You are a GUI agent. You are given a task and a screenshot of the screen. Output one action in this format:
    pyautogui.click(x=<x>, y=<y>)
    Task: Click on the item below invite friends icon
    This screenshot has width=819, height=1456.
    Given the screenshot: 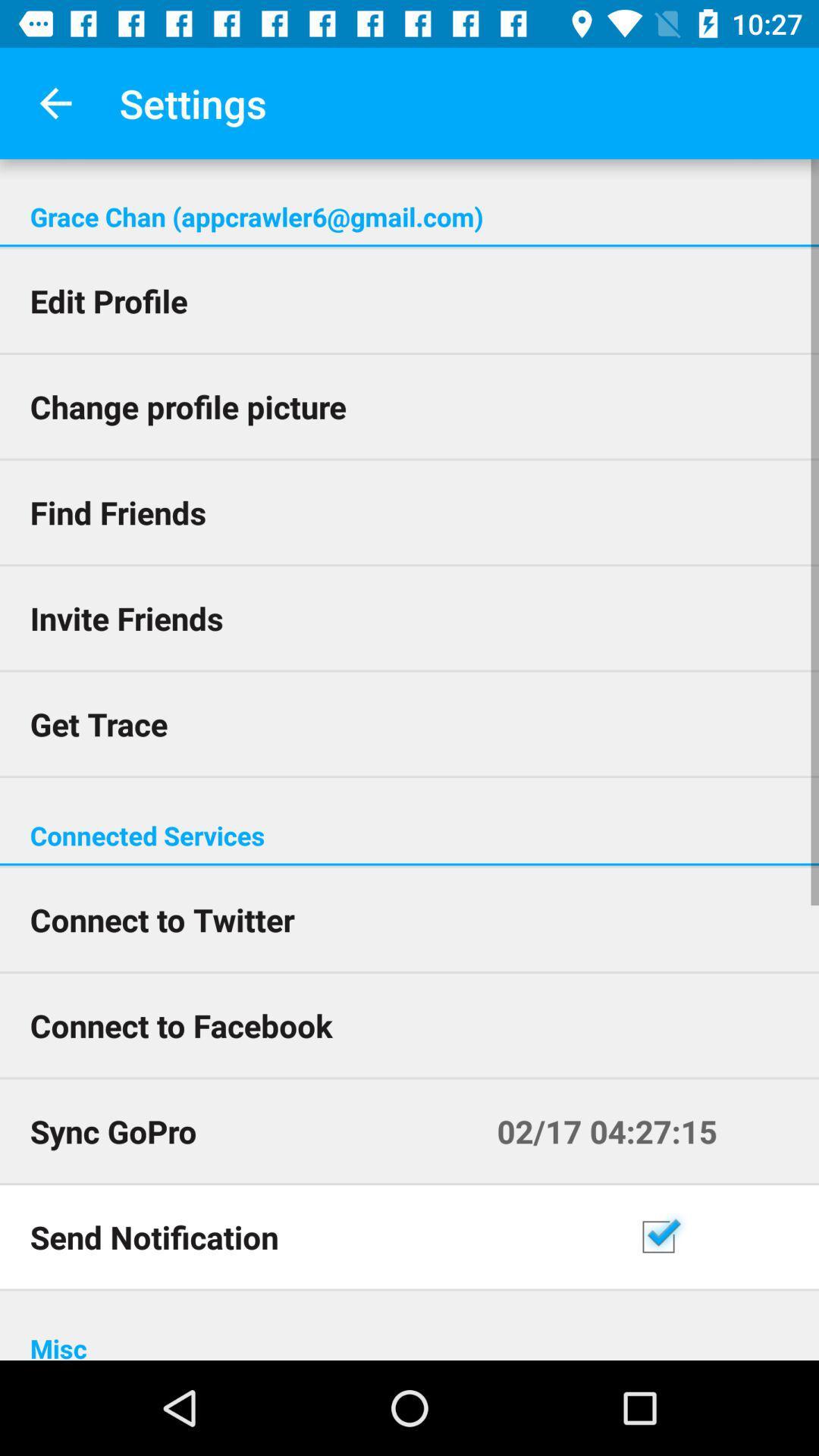 What is the action you would take?
    pyautogui.click(x=409, y=723)
    